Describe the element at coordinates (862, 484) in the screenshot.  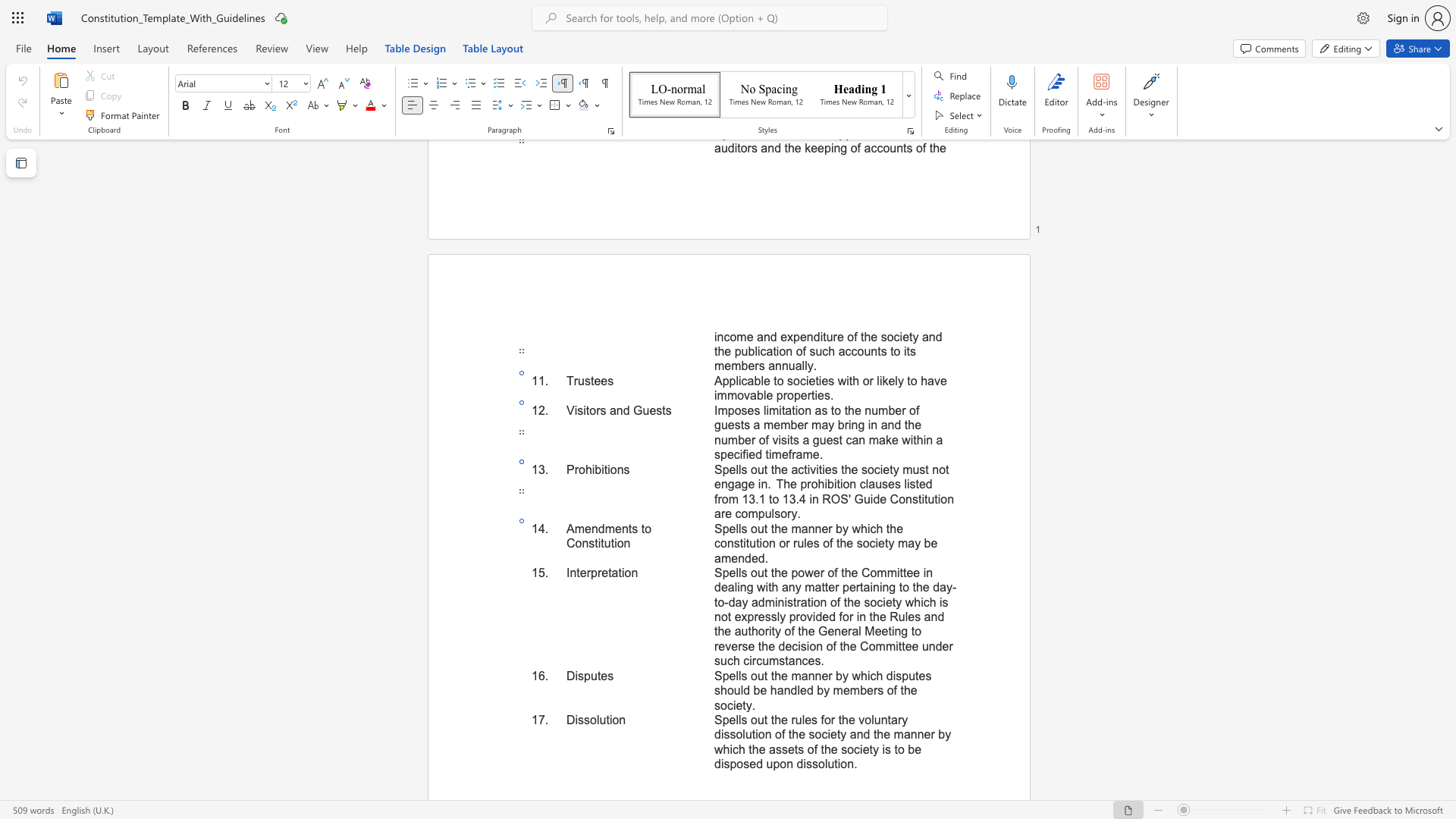
I see `the 3th character "c" in the text` at that location.